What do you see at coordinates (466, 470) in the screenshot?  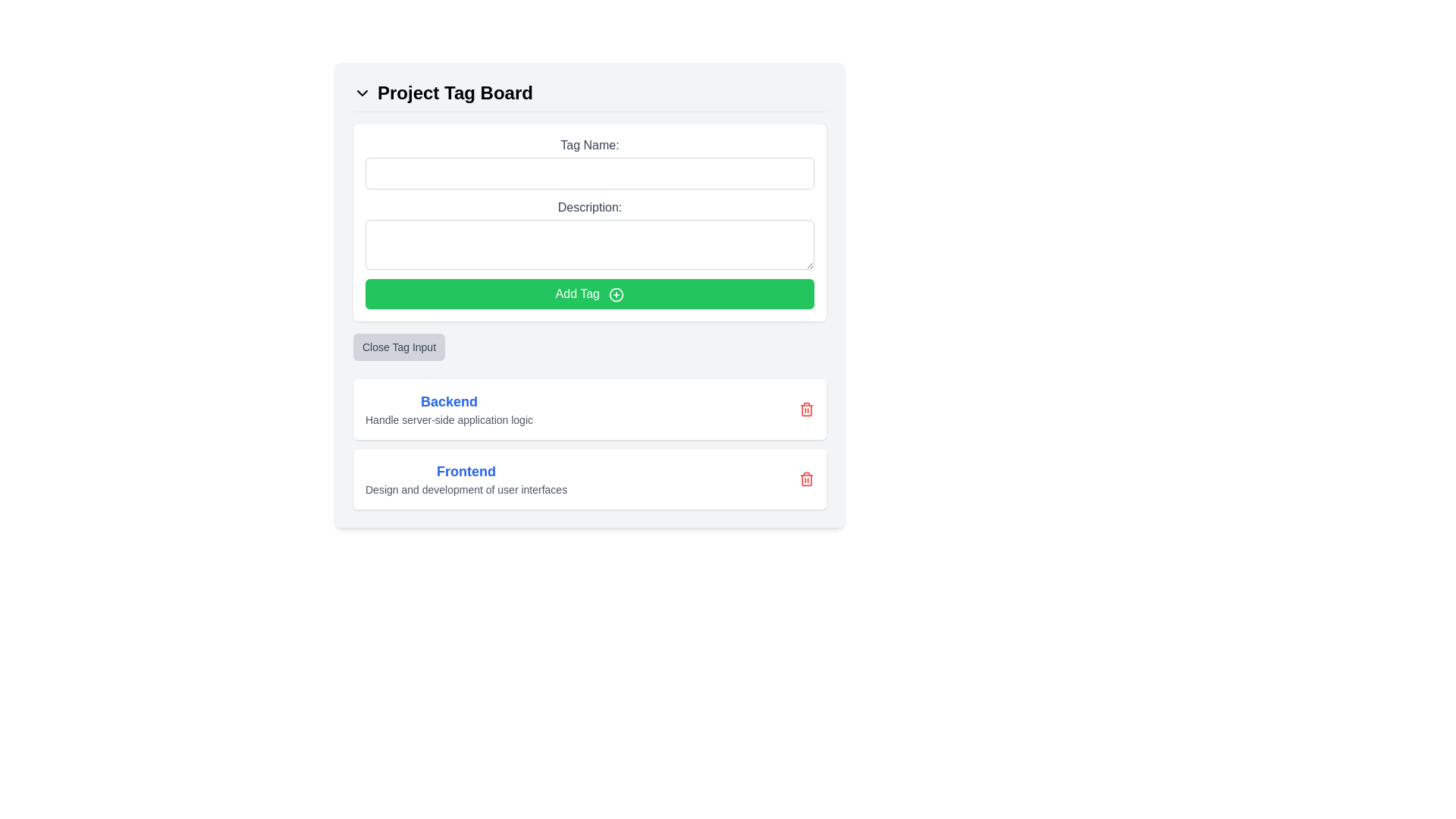 I see `the 'Frontend' header text element, which is styled in bold blue font and located above the description text for frontend tasks` at bounding box center [466, 470].